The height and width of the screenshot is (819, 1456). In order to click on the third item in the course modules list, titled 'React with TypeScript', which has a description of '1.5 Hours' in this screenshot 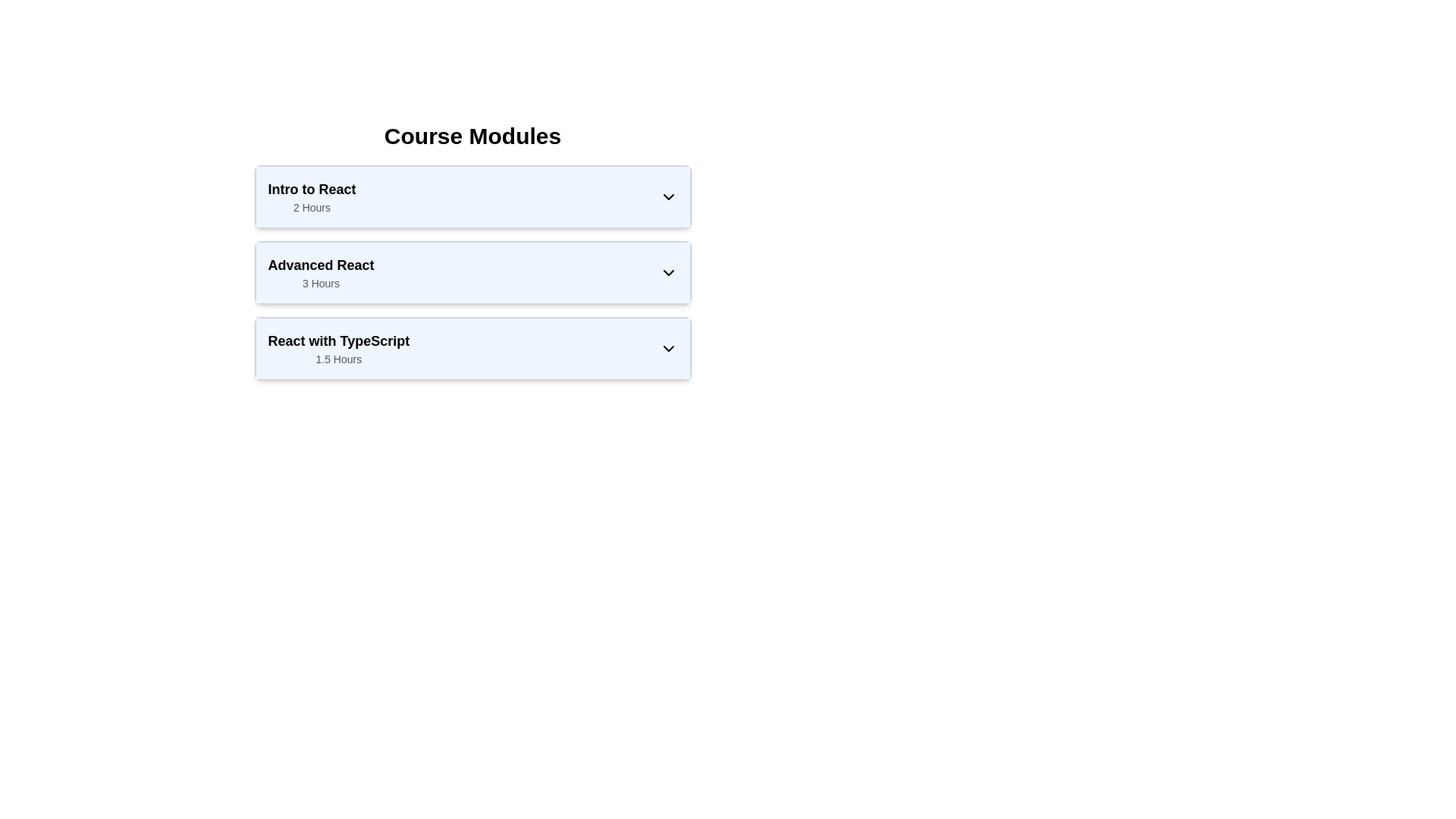, I will do `click(472, 348)`.